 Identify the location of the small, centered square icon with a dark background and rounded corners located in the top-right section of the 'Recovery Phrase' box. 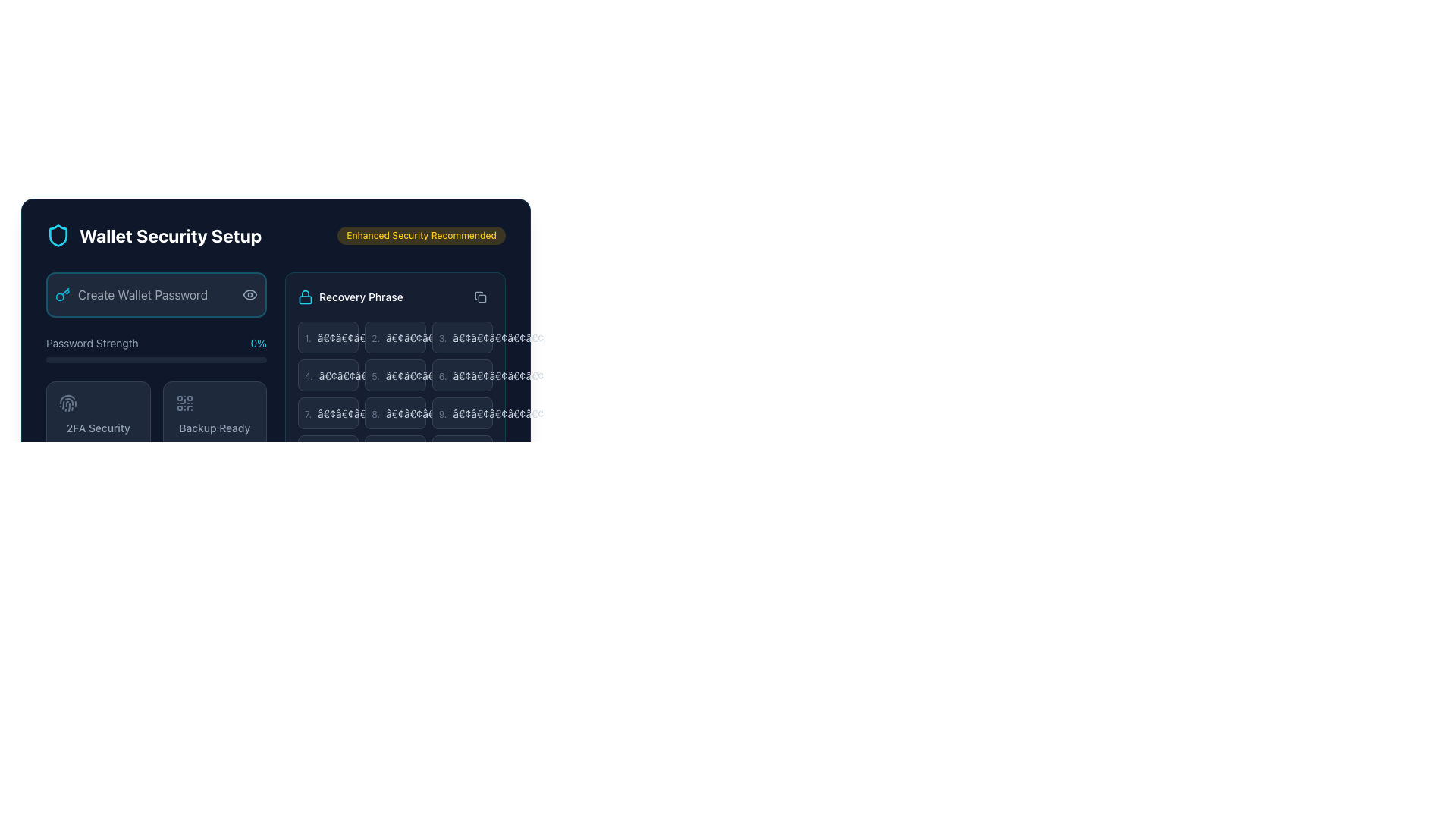
(481, 298).